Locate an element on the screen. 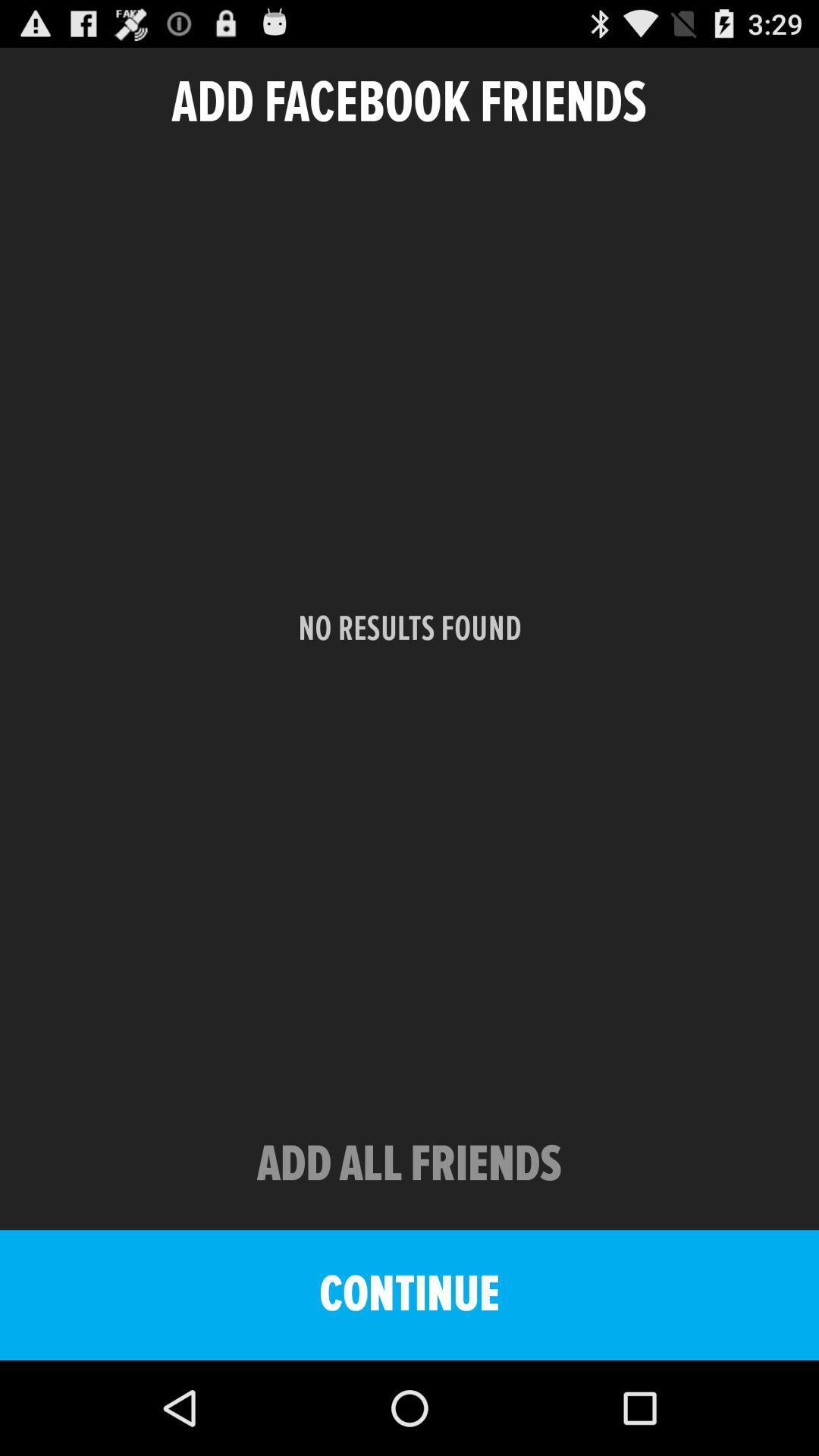 This screenshot has height=1456, width=819. icon below the add all friends is located at coordinates (409, 1294).